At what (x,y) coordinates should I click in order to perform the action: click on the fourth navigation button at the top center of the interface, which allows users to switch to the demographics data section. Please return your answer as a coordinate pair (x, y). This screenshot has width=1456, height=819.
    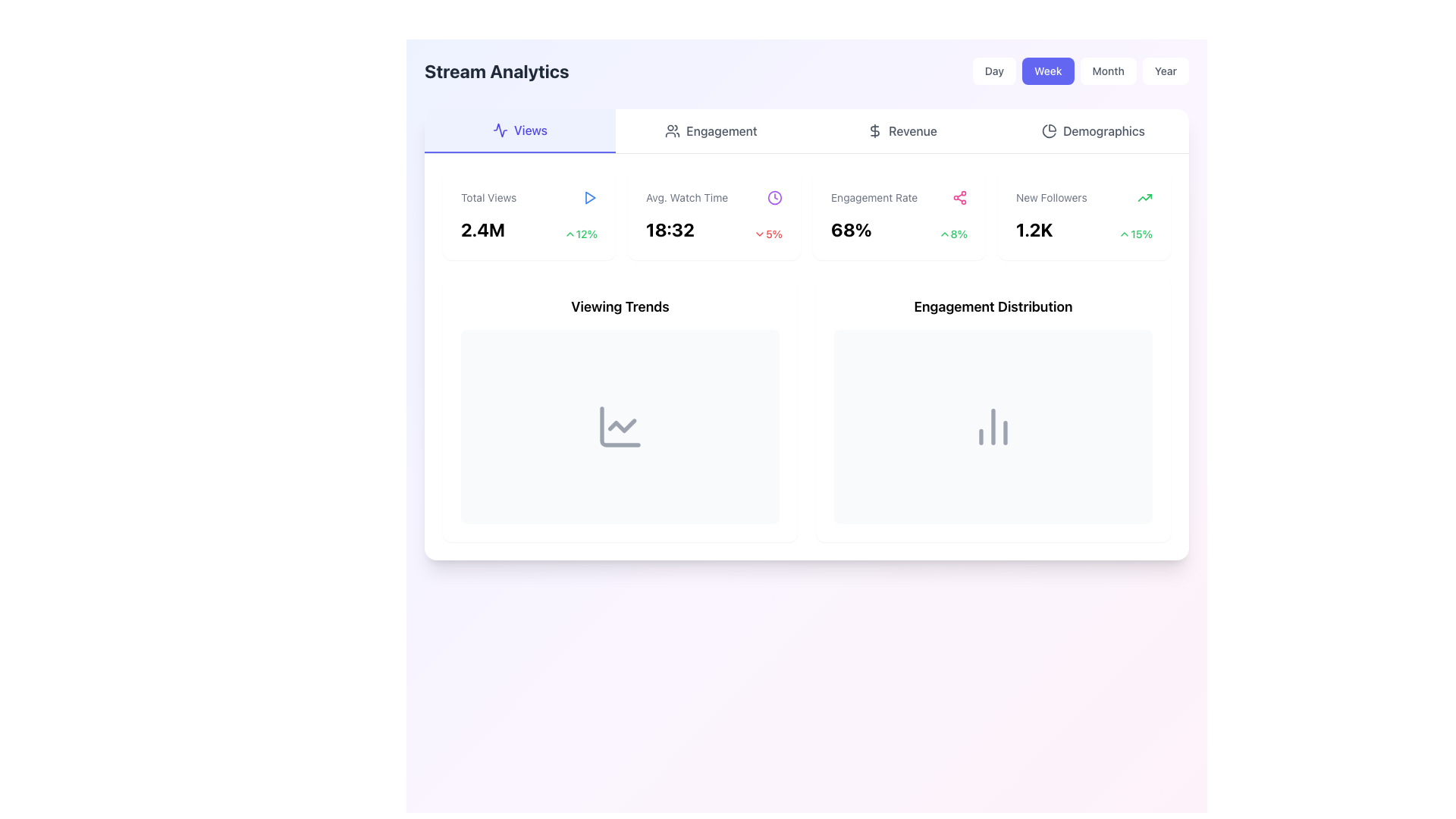
    Looking at the image, I should click on (1093, 130).